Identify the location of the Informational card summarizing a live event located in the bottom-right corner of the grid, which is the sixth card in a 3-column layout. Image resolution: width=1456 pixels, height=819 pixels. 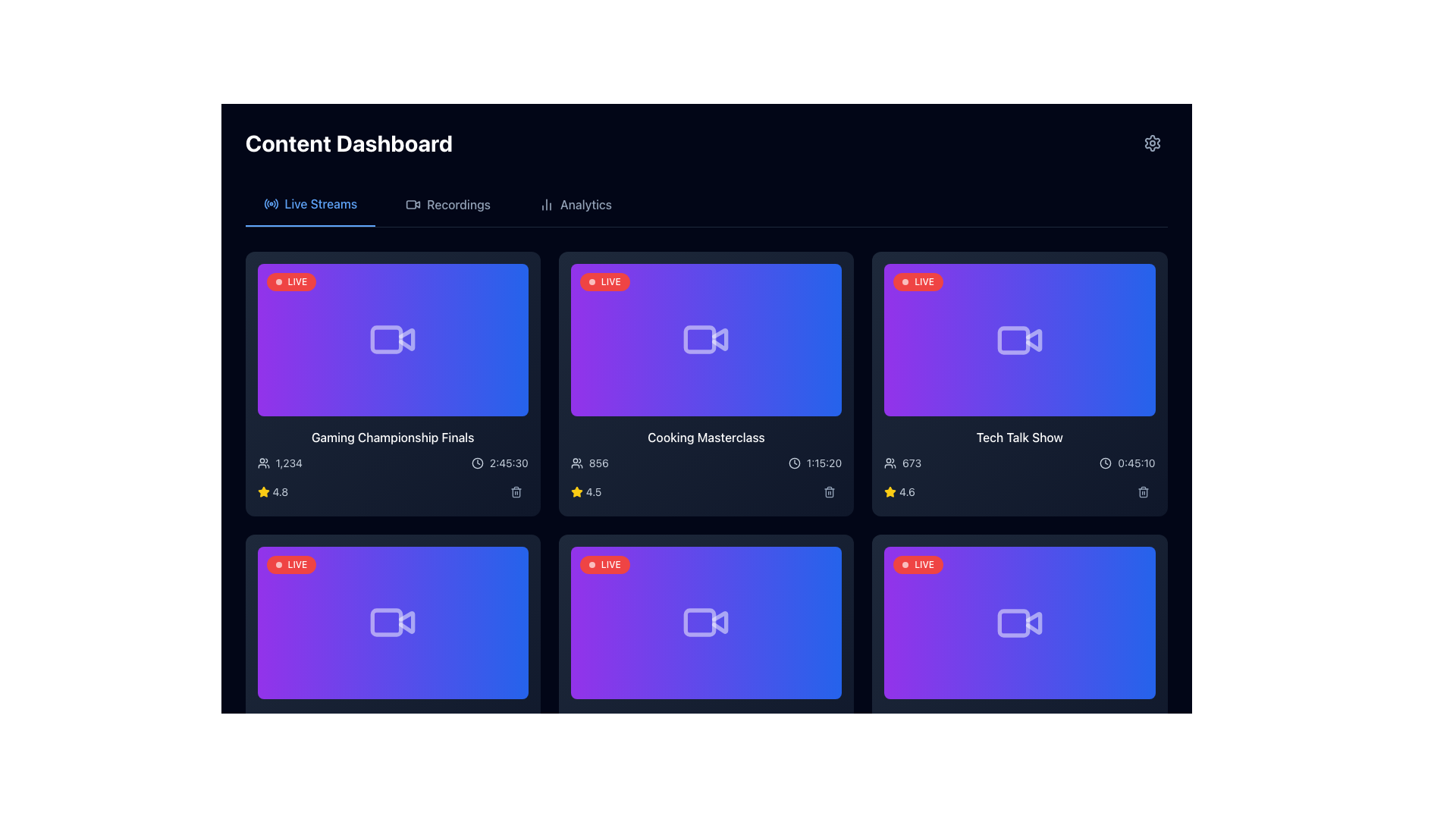
(1019, 666).